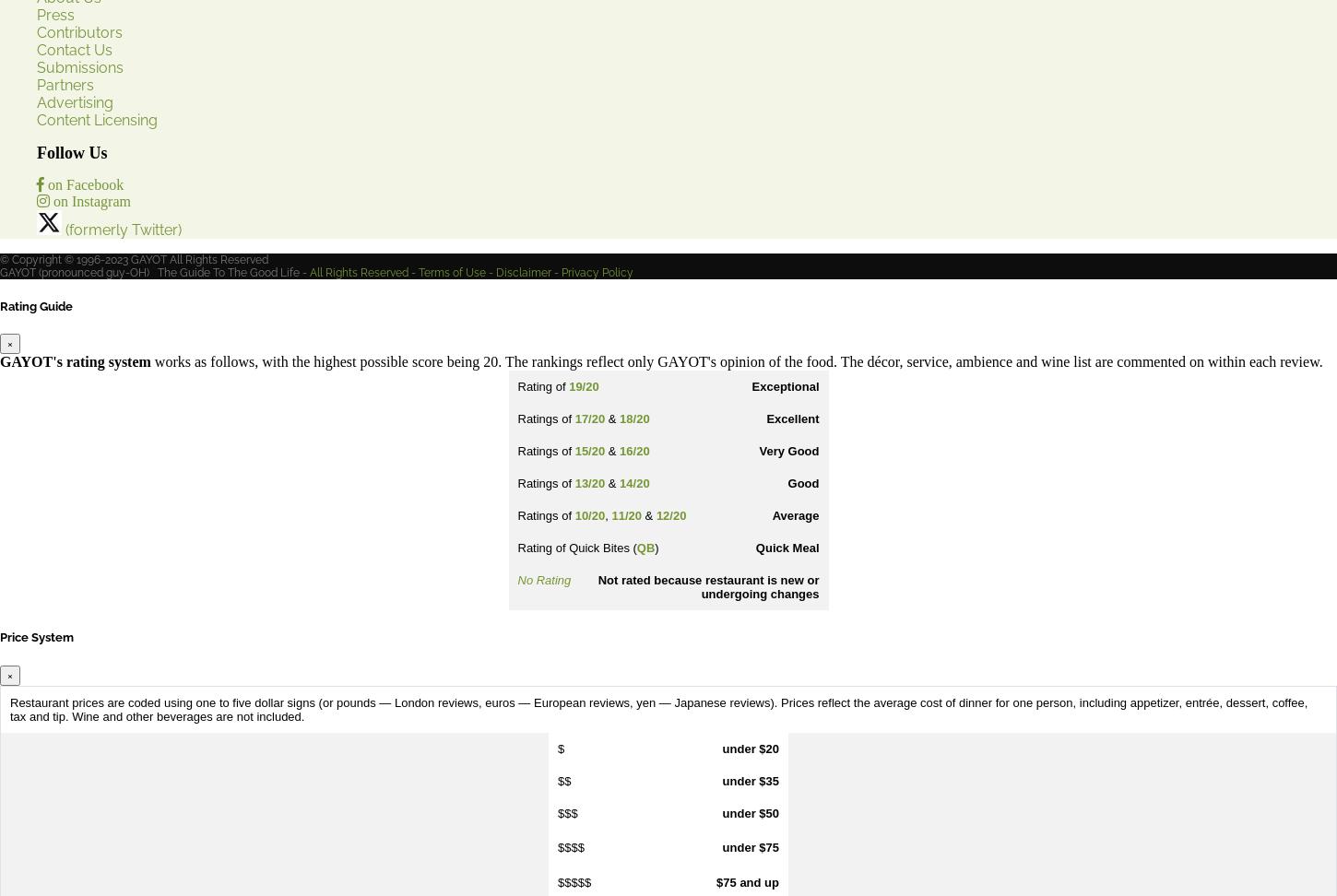 This screenshot has width=1337, height=896. What do you see at coordinates (59, 454) in the screenshot?
I see `'Events'` at bounding box center [59, 454].